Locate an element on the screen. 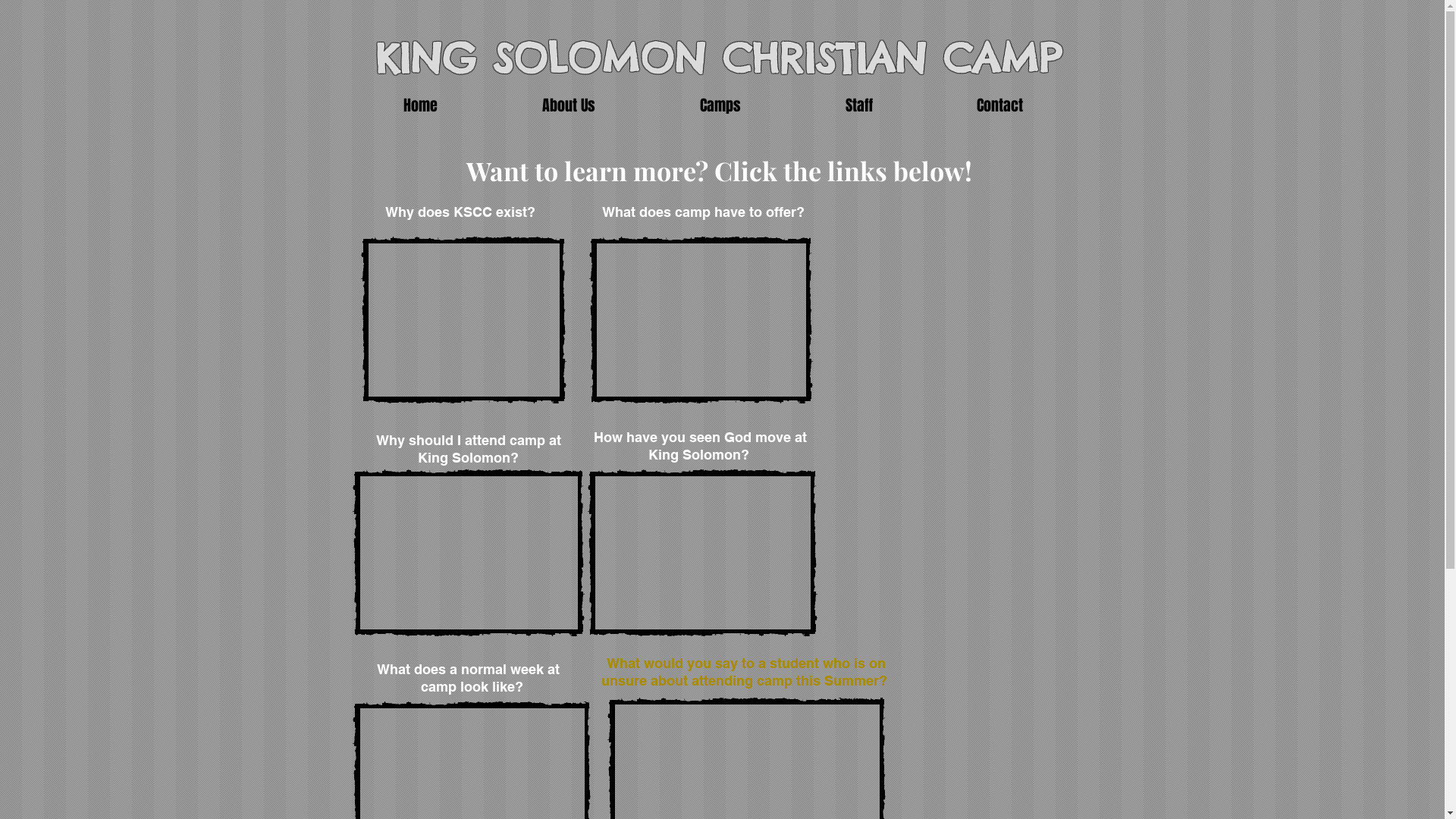 This screenshot has height=819, width=1456. 'Camps' is located at coordinates (720, 105).